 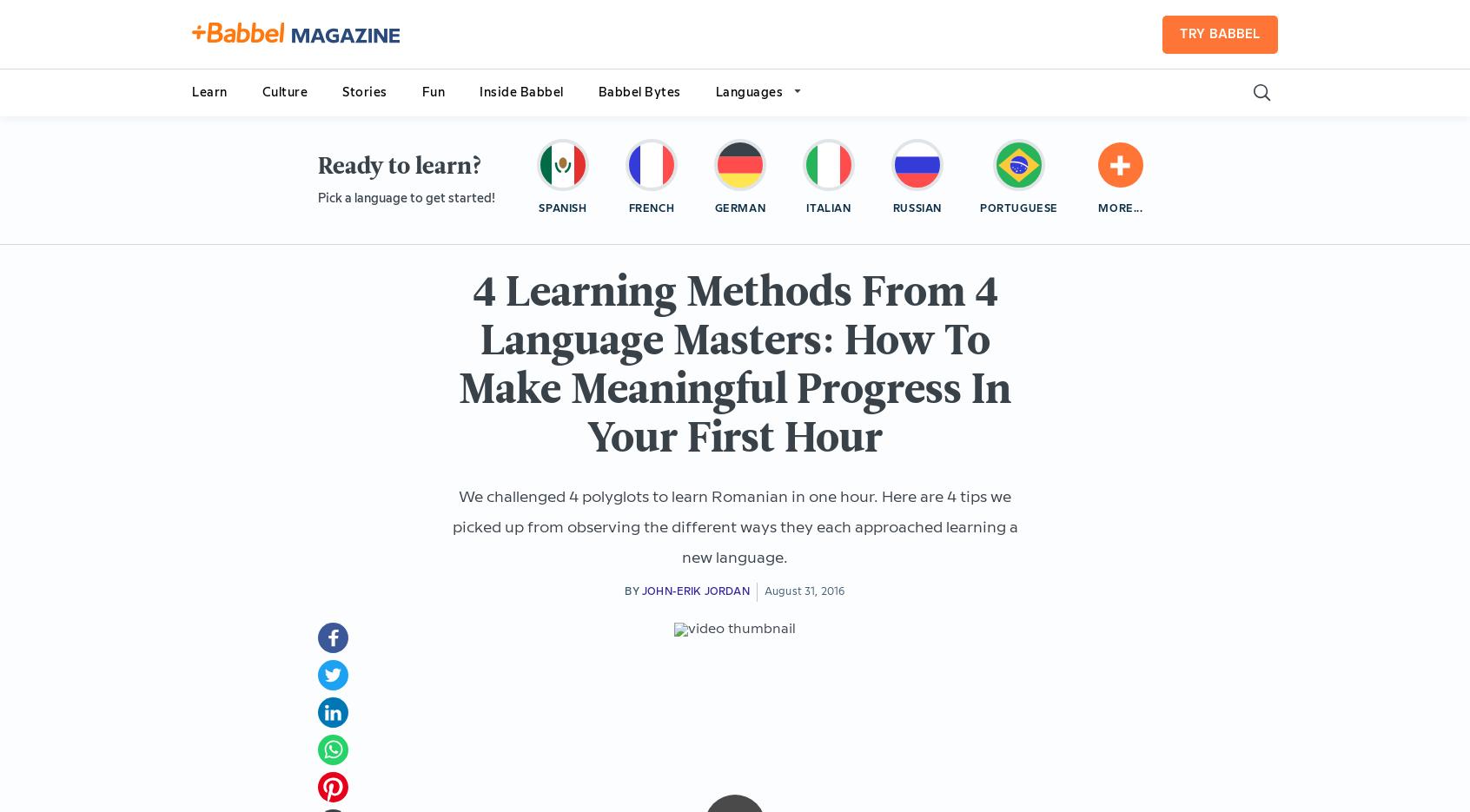 What do you see at coordinates (364, 91) in the screenshot?
I see `'Stories'` at bounding box center [364, 91].